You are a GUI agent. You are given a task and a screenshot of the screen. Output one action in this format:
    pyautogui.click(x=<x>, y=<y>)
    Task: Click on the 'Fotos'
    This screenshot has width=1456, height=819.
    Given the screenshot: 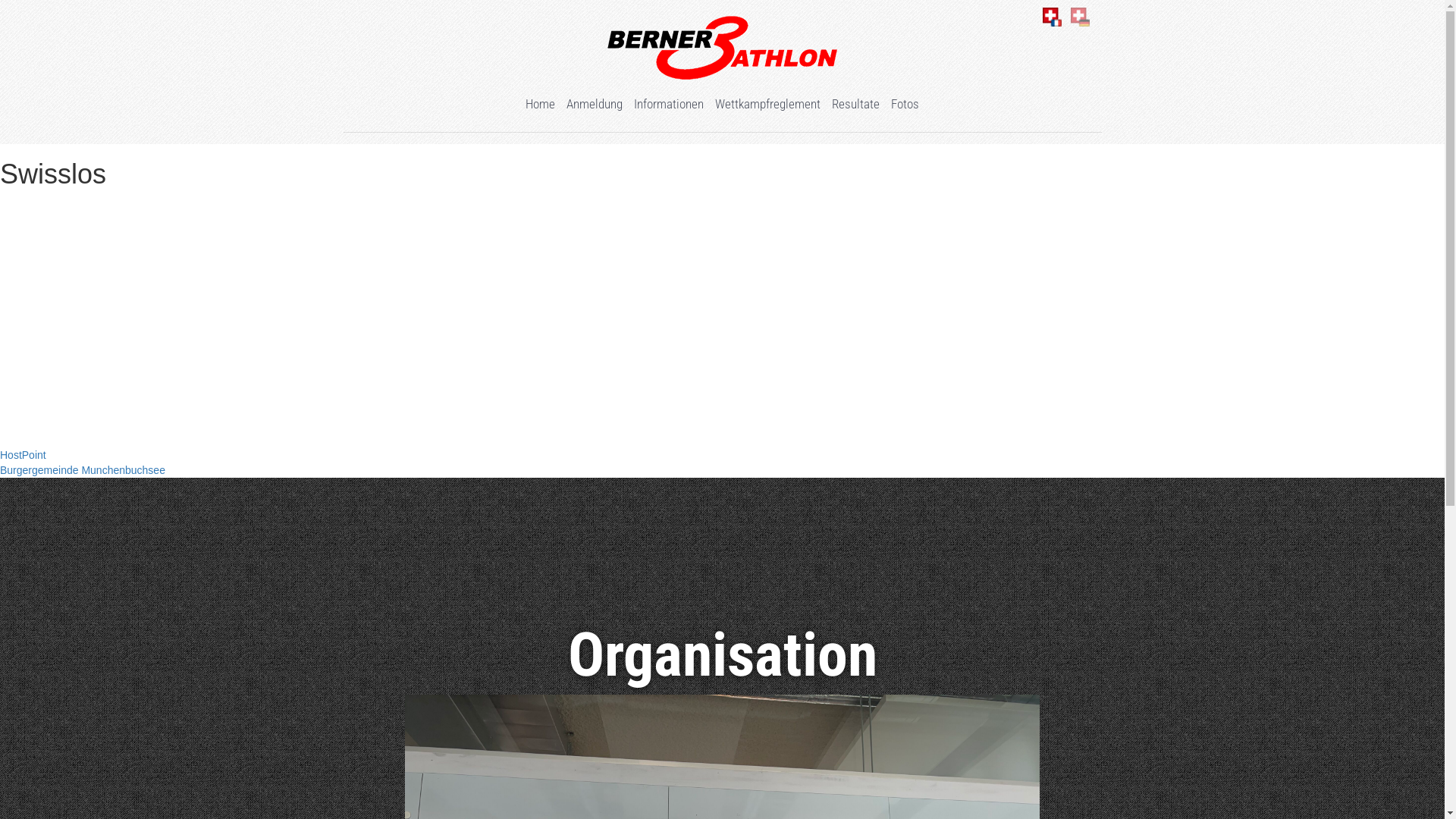 What is the action you would take?
    pyautogui.click(x=905, y=103)
    